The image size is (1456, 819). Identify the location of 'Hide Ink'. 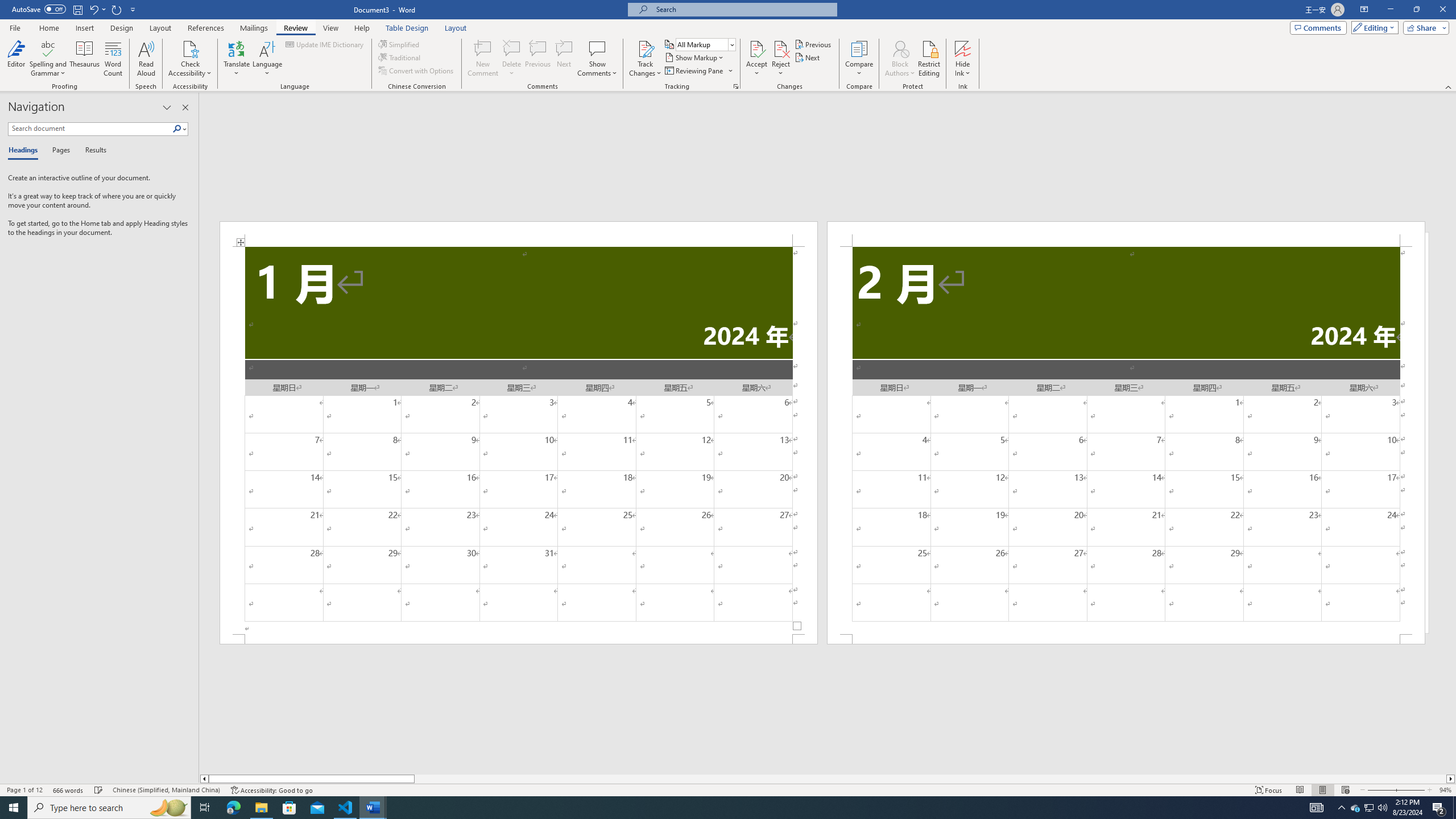
(962, 48).